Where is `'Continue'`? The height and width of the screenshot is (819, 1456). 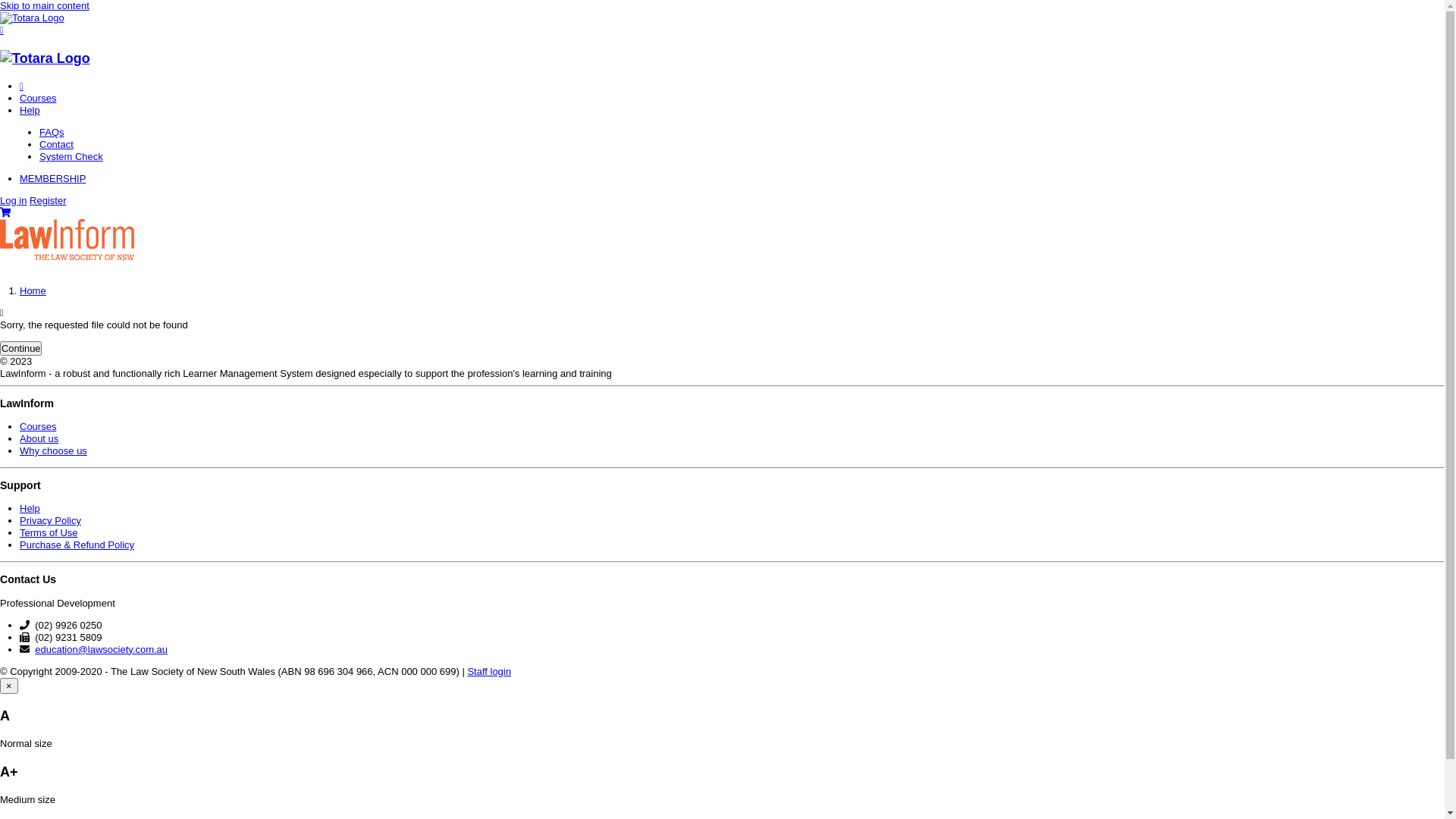
'Continue' is located at coordinates (20, 348).